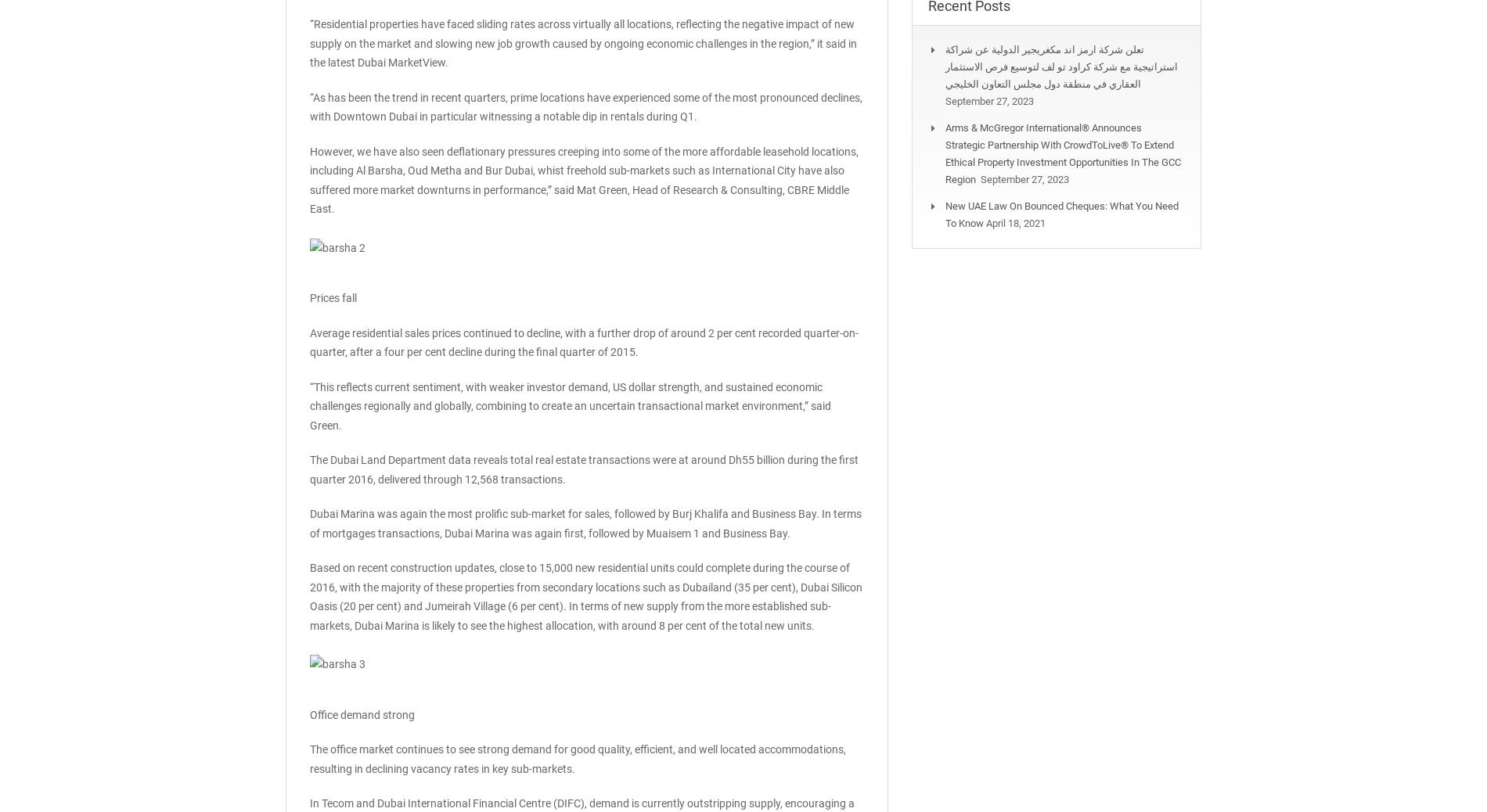 The height and width of the screenshot is (812, 1487). Describe the element at coordinates (1060, 214) in the screenshot. I see `'New UAE law on bounced cheques: What you need to know'` at that location.